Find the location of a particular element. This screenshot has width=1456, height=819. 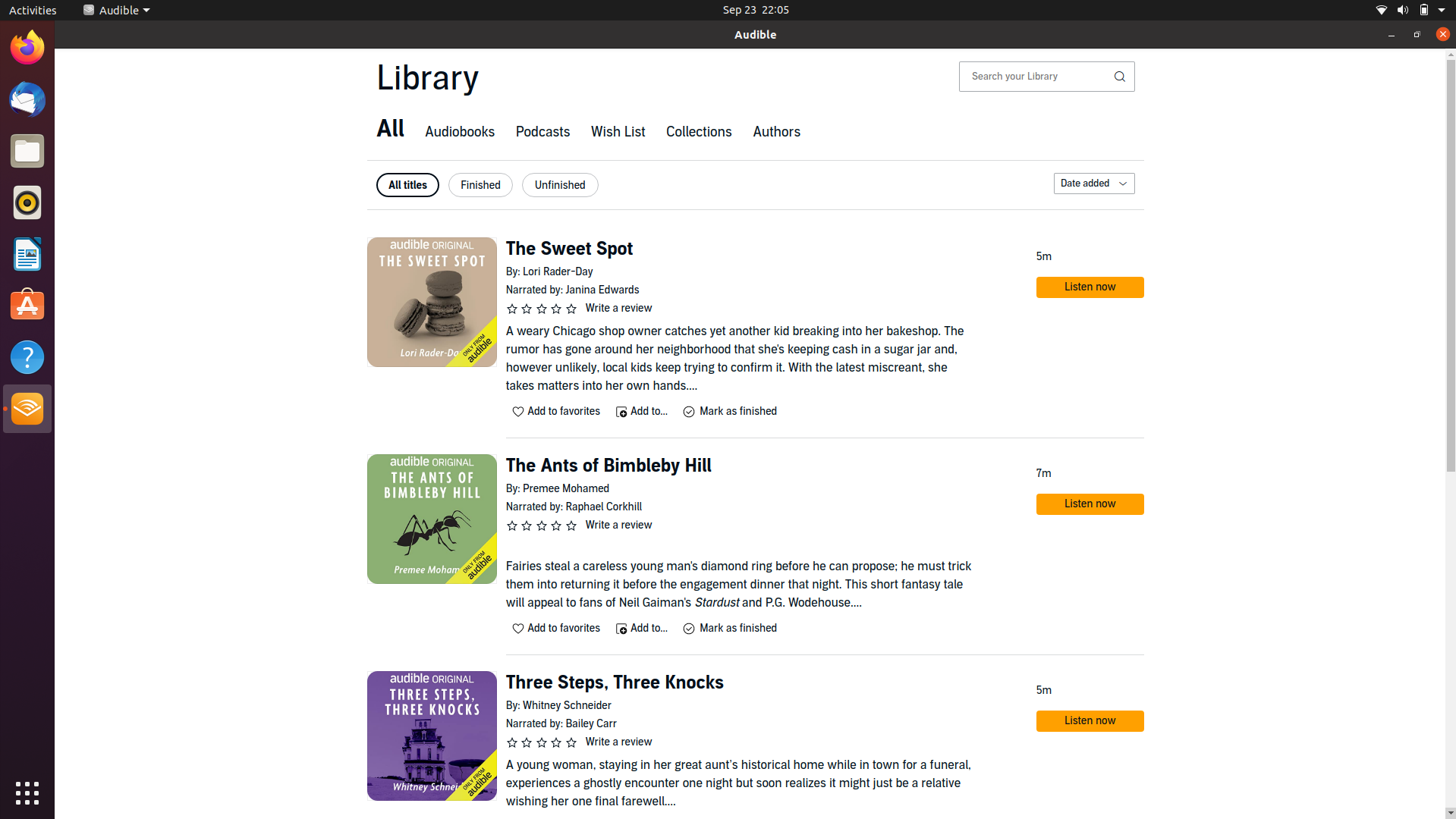

"Ants of Bimbleby Hill" in favourited items list is located at coordinates (556, 628).